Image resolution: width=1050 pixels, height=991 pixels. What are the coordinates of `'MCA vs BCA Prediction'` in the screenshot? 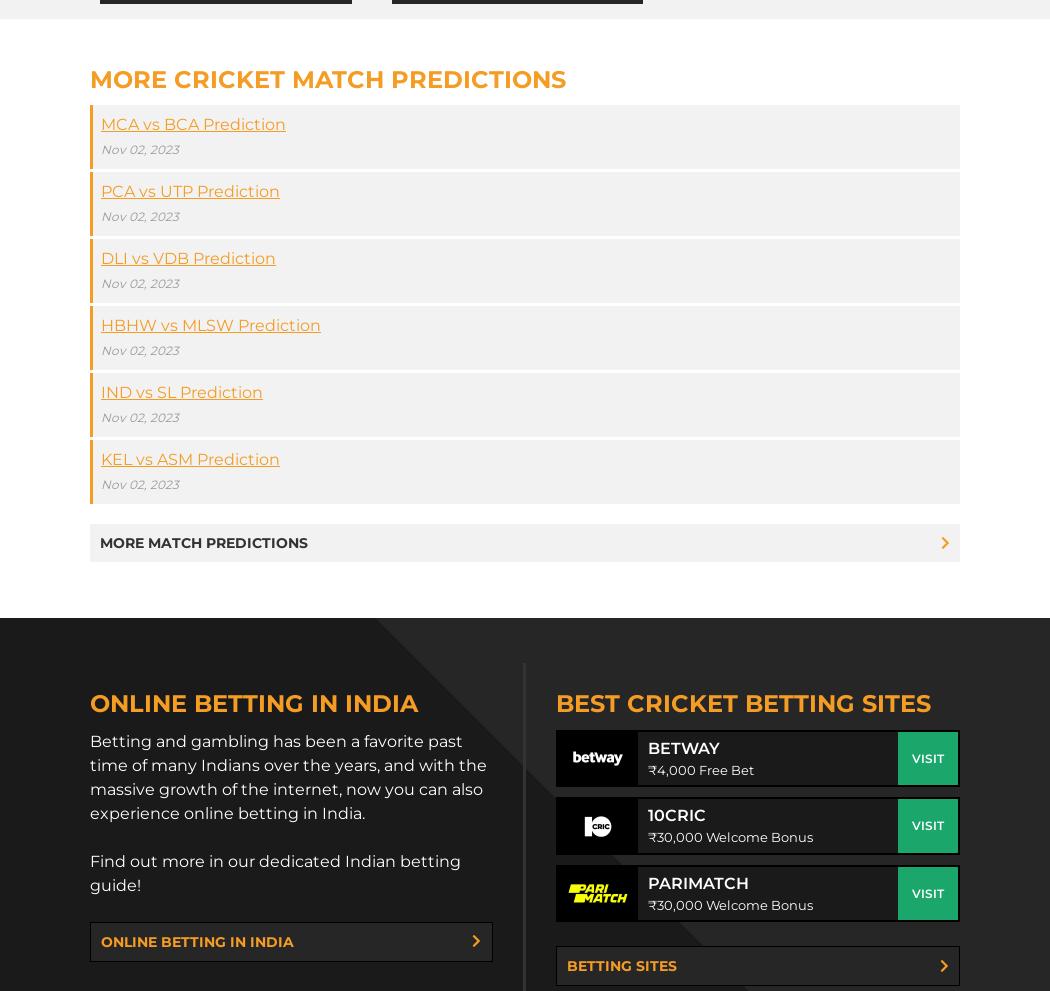 It's located at (192, 123).